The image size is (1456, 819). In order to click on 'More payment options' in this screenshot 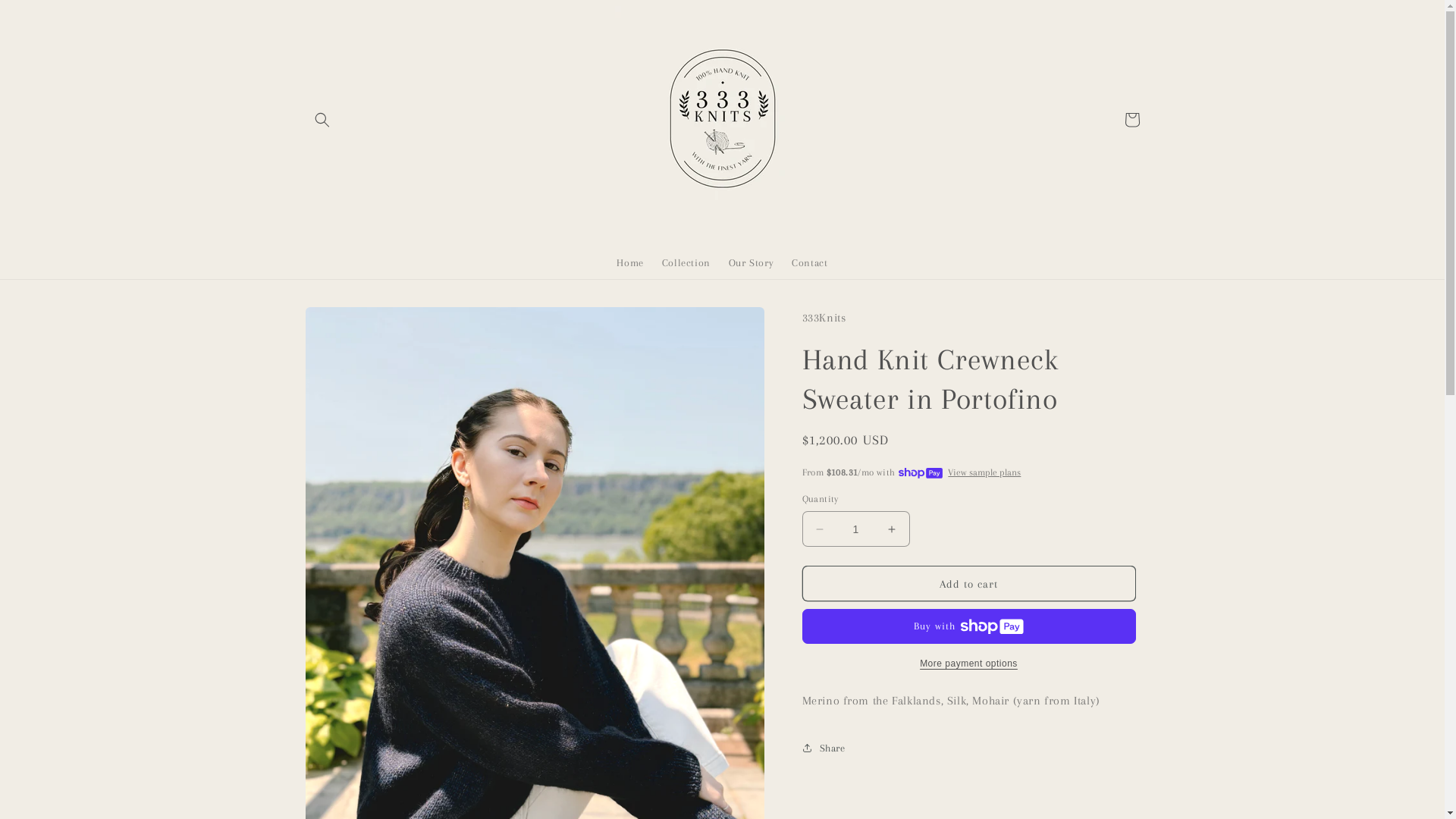, I will do `click(968, 663)`.